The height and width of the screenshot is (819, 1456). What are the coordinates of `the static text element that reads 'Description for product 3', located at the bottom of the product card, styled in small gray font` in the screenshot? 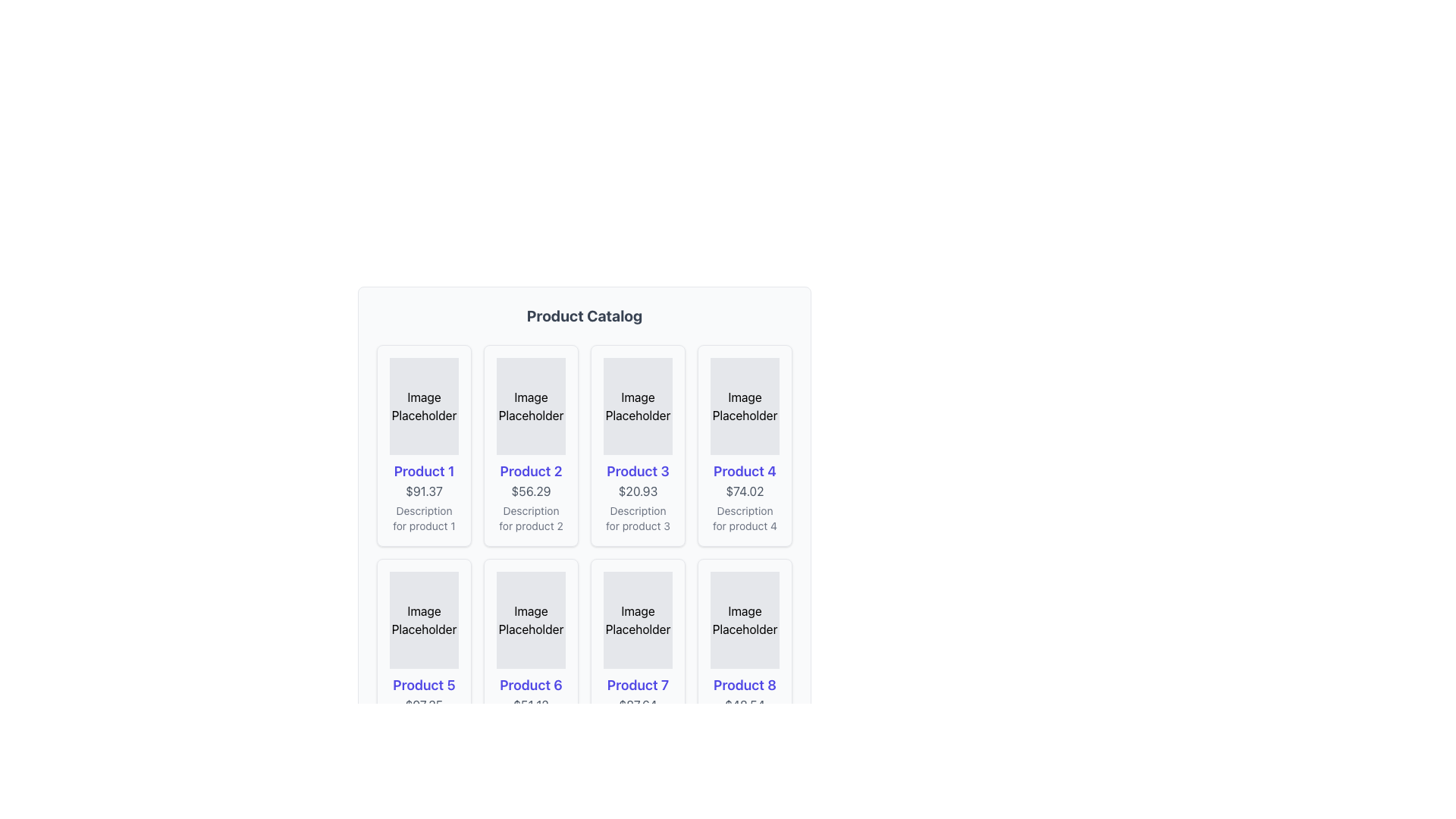 It's located at (638, 517).